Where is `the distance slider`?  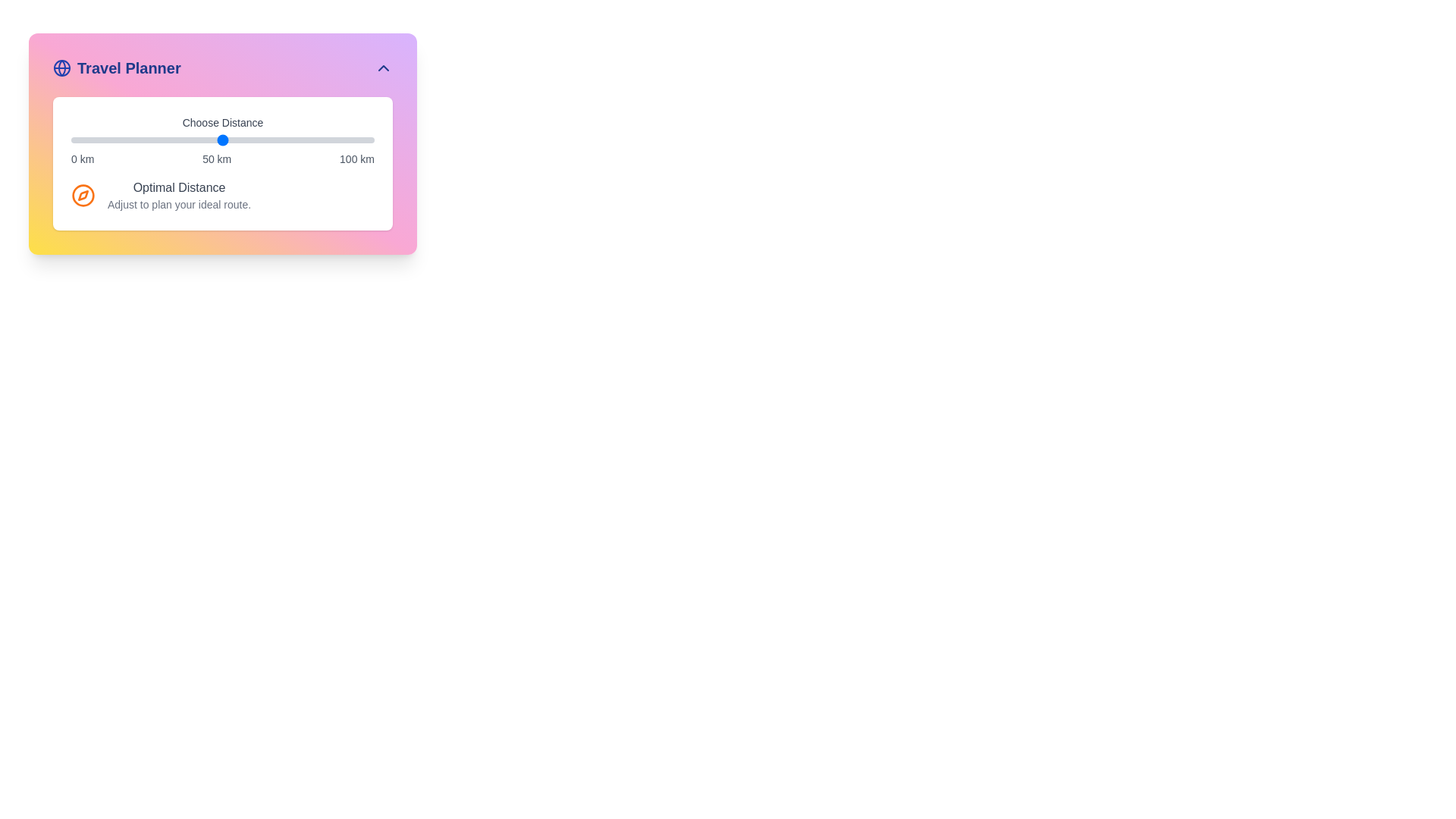 the distance slider is located at coordinates (243, 140).